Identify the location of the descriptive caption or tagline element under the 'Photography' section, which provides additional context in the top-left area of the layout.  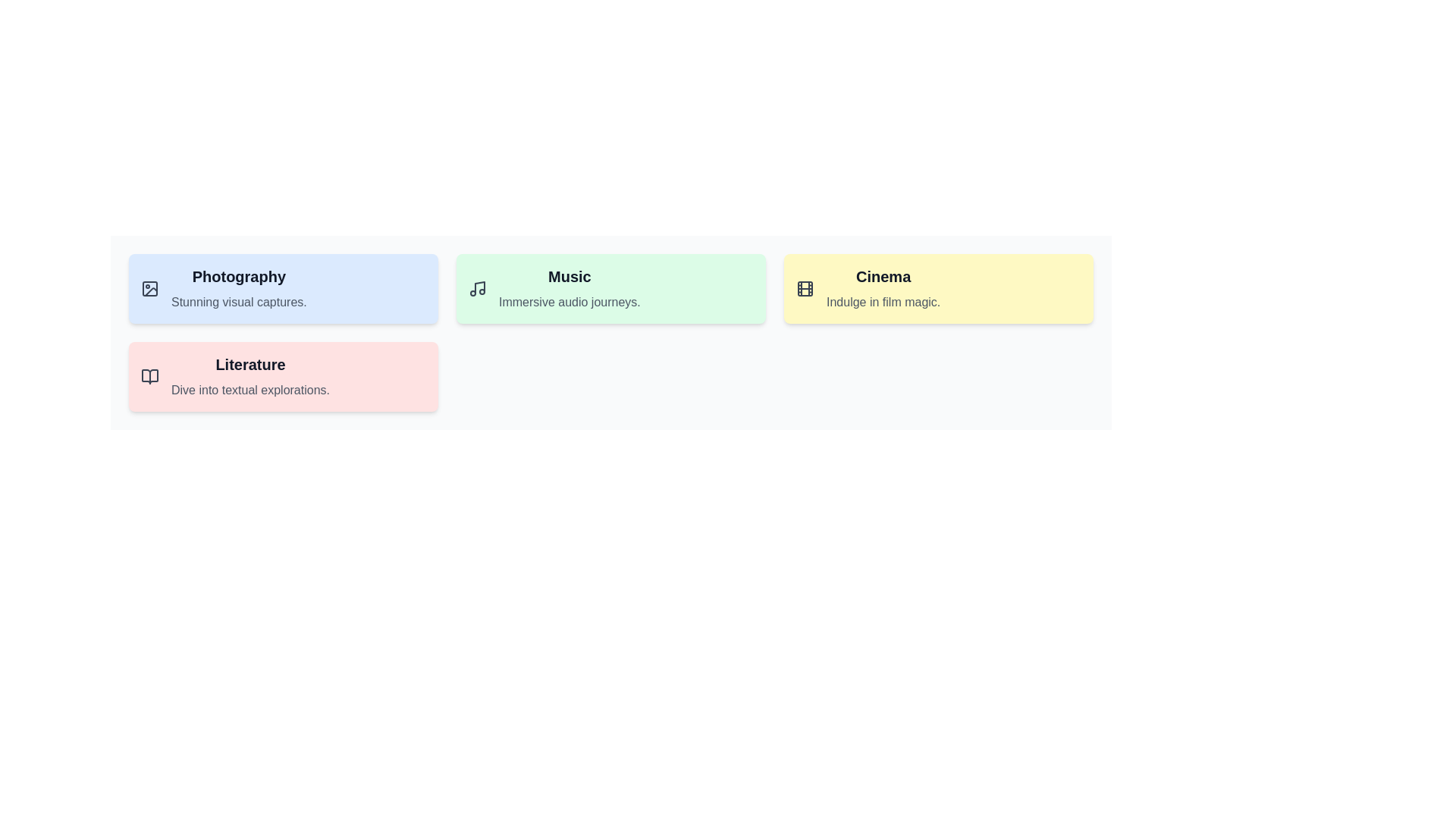
(238, 302).